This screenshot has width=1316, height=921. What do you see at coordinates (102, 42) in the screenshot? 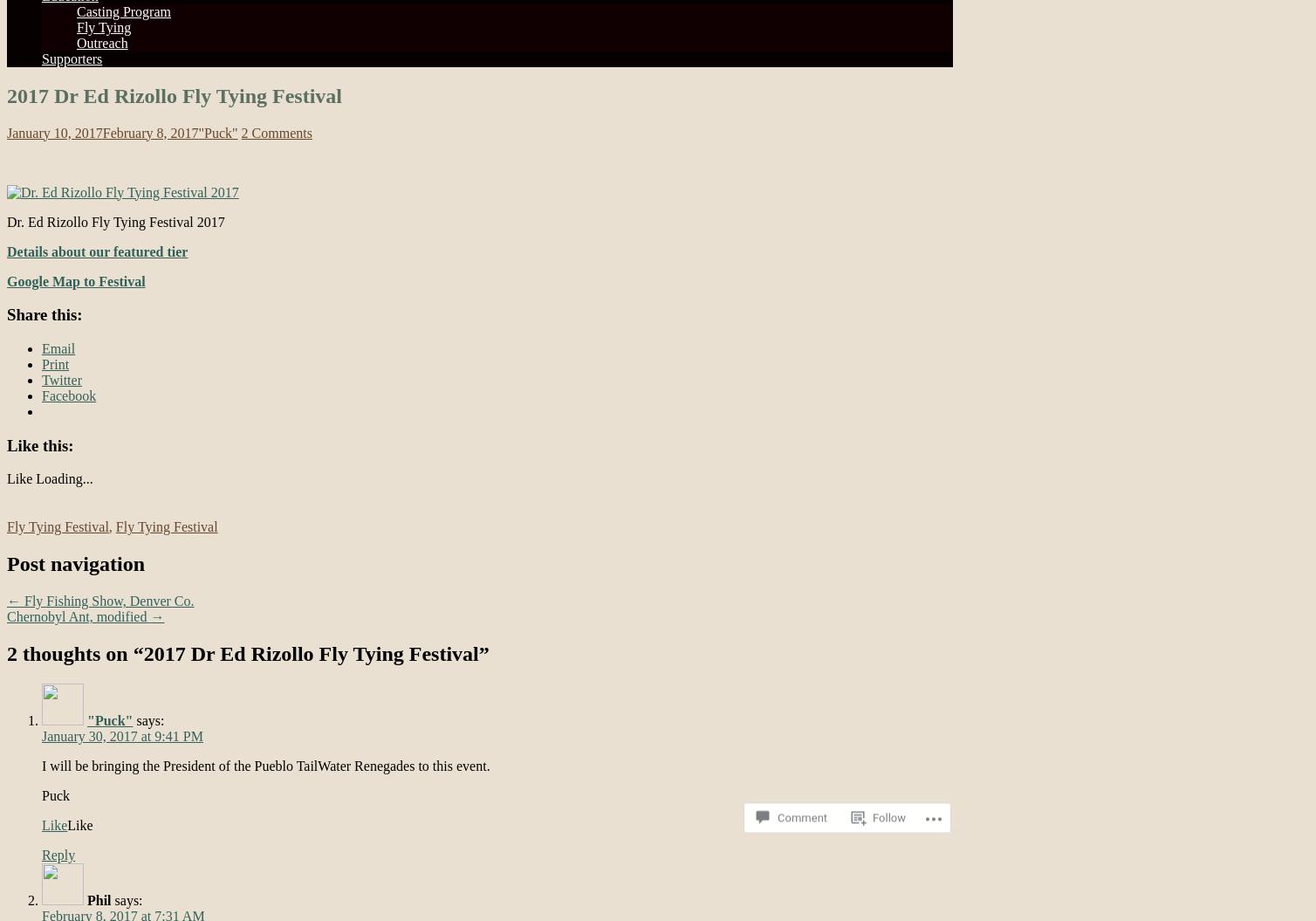
I see `'Outreach'` at bounding box center [102, 42].